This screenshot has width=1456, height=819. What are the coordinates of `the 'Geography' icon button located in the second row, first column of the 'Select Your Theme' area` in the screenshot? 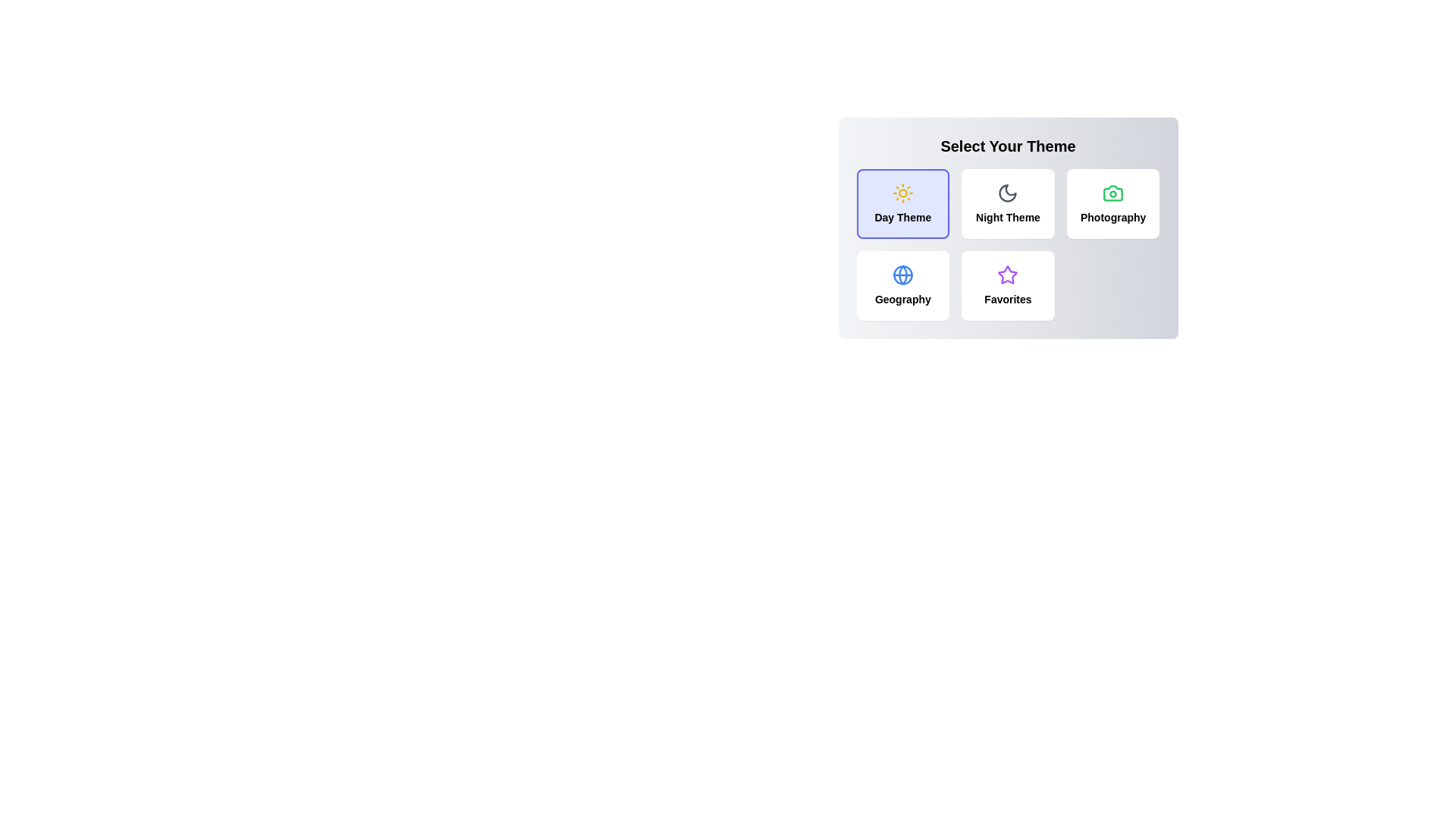 It's located at (902, 275).